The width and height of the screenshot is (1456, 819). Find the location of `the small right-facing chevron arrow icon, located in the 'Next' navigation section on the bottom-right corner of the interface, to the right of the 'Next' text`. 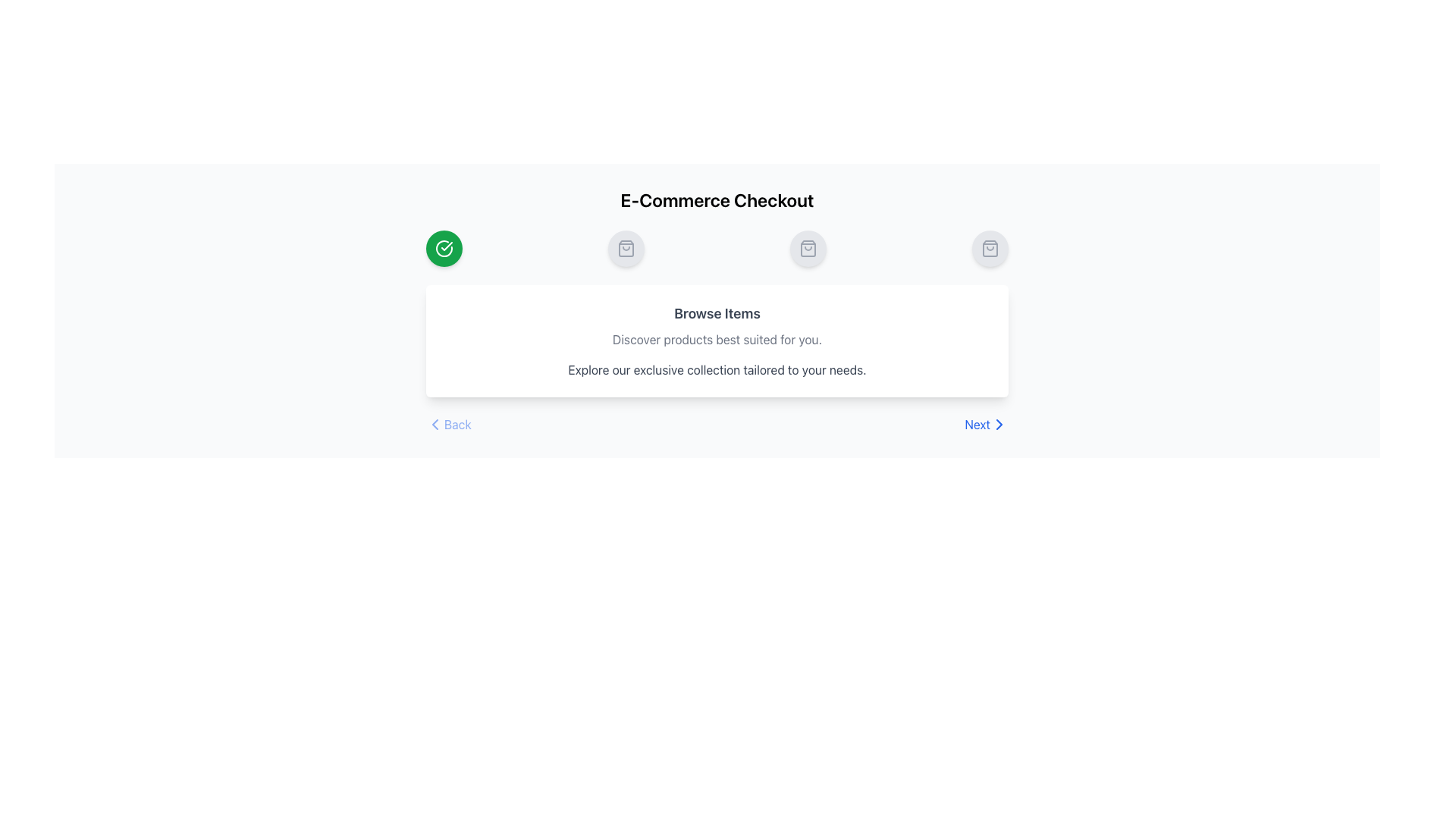

the small right-facing chevron arrow icon, located in the 'Next' navigation section on the bottom-right corner of the interface, to the right of the 'Next' text is located at coordinates (999, 424).